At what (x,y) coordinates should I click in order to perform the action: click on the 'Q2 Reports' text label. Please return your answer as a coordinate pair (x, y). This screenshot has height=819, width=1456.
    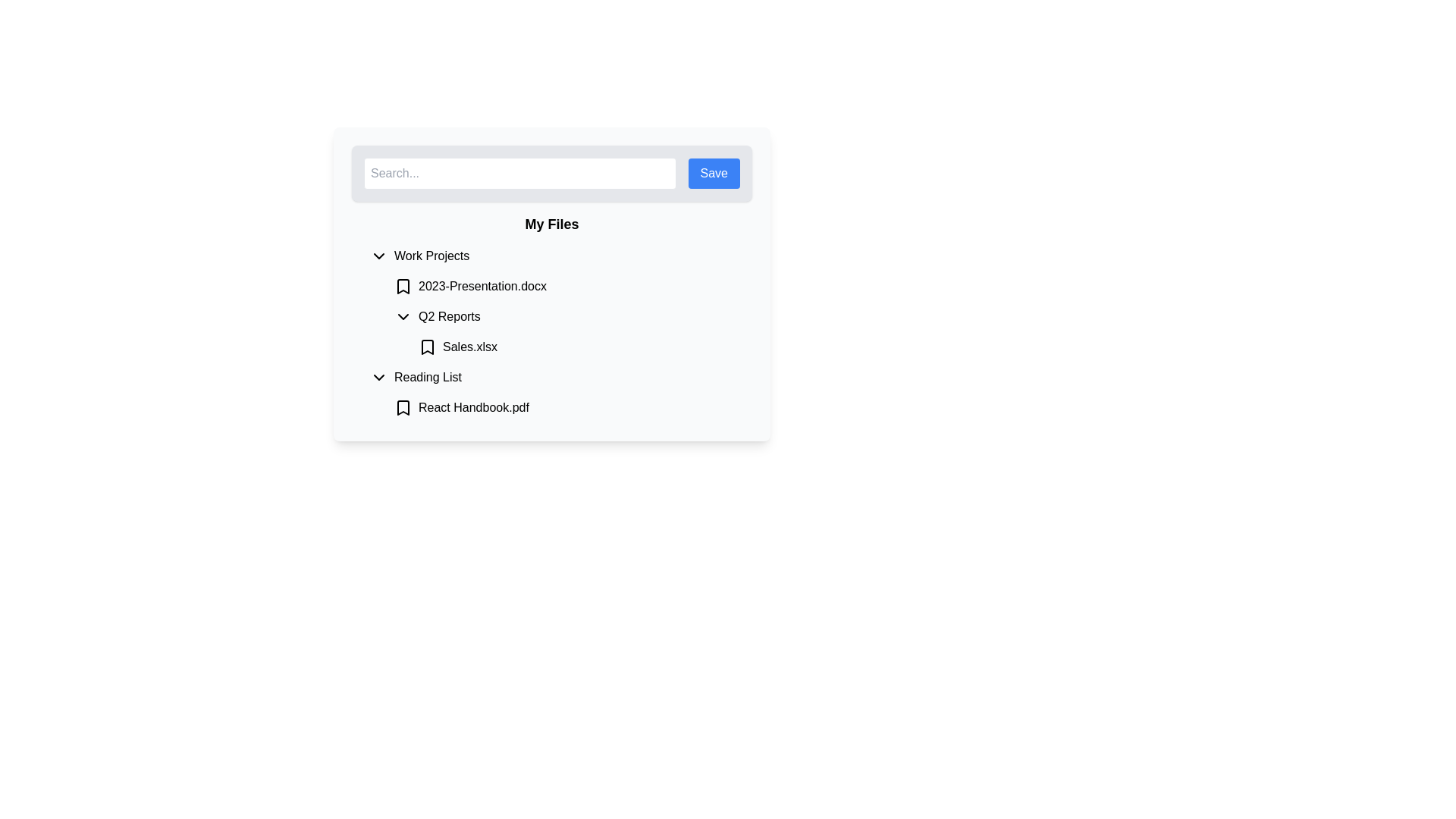
    Looking at the image, I should click on (448, 315).